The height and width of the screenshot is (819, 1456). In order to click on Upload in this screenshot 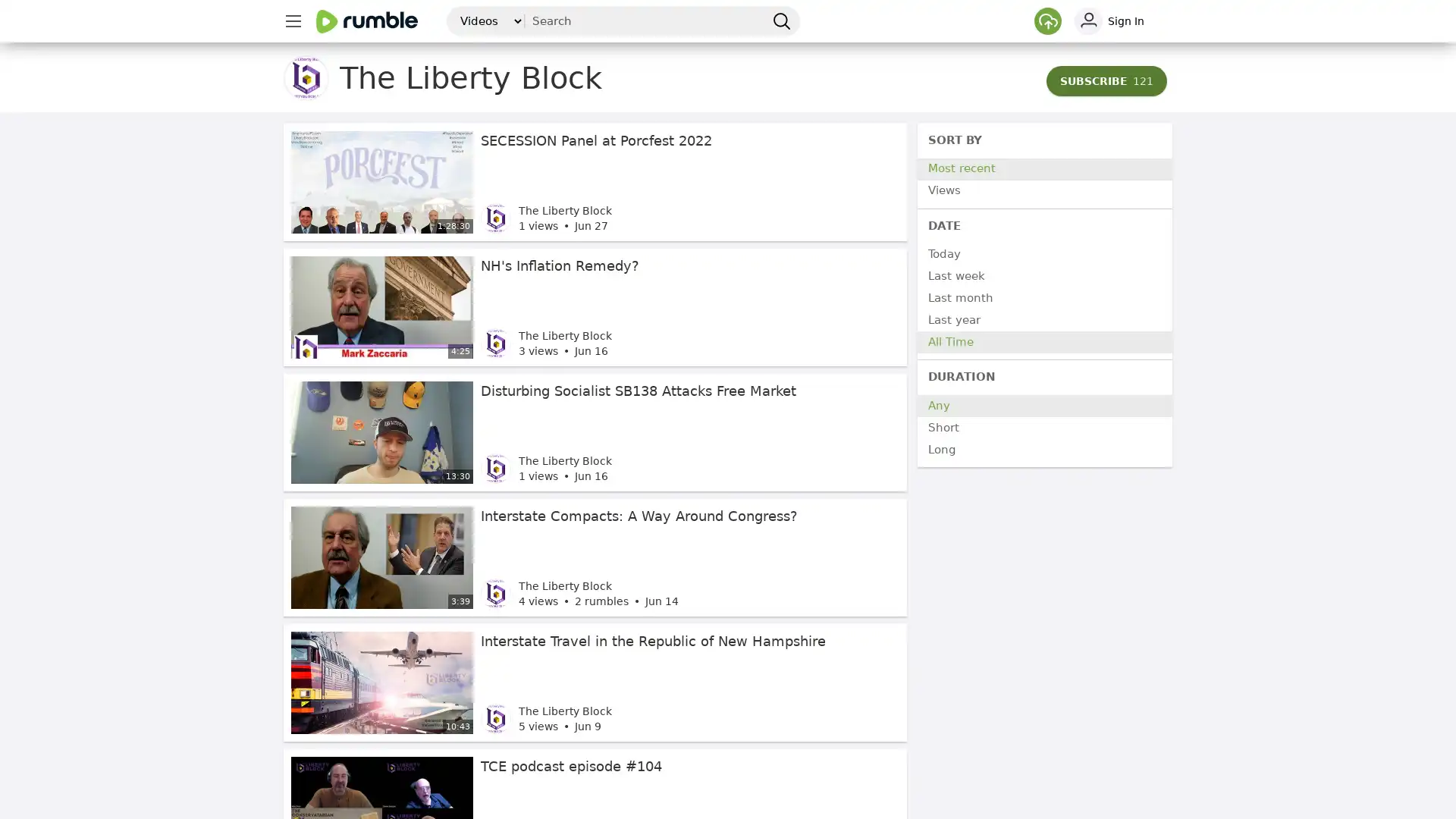, I will do `click(1047, 20)`.